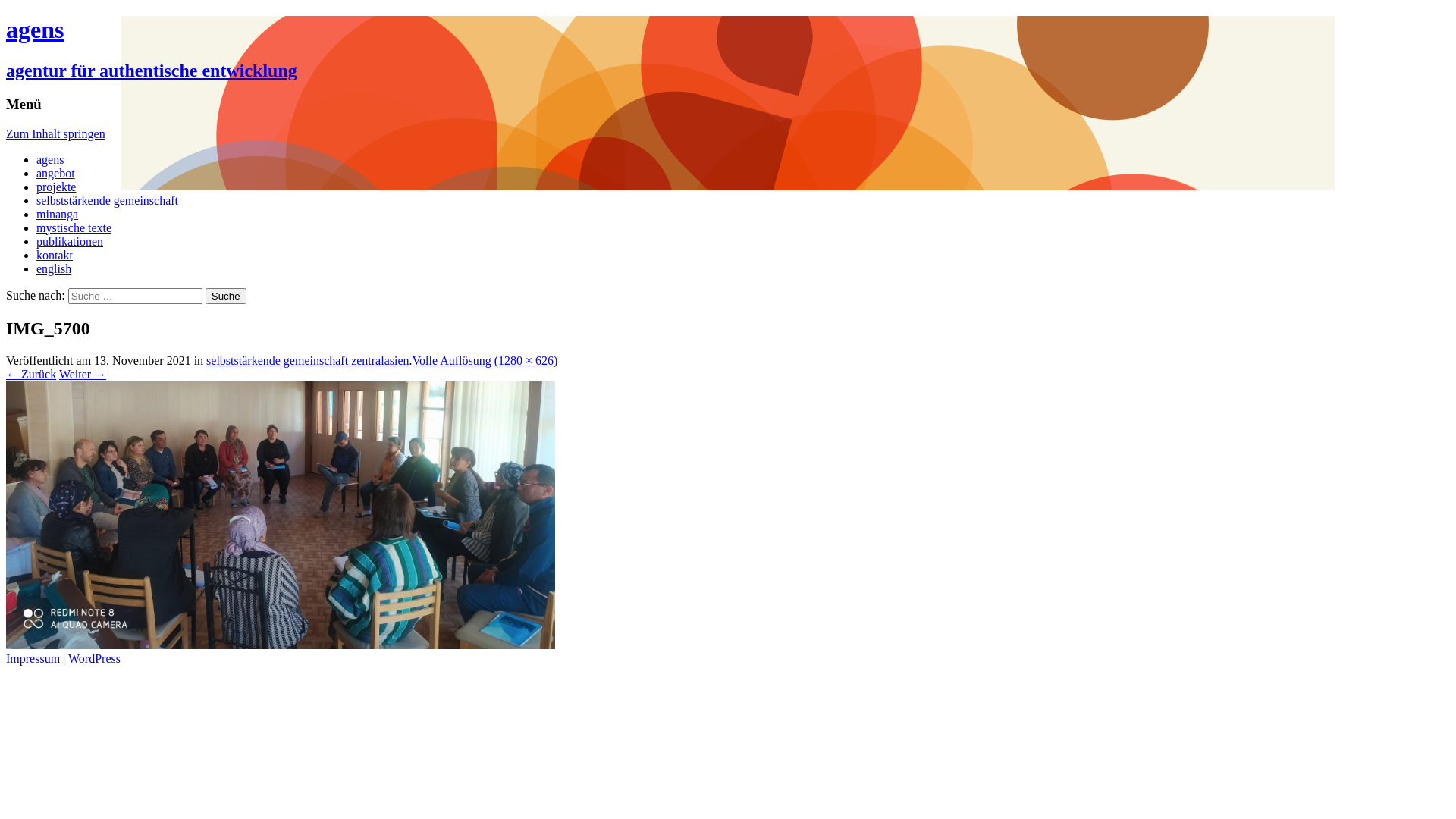  What do you see at coordinates (36, 172) in the screenshot?
I see `'angebot'` at bounding box center [36, 172].